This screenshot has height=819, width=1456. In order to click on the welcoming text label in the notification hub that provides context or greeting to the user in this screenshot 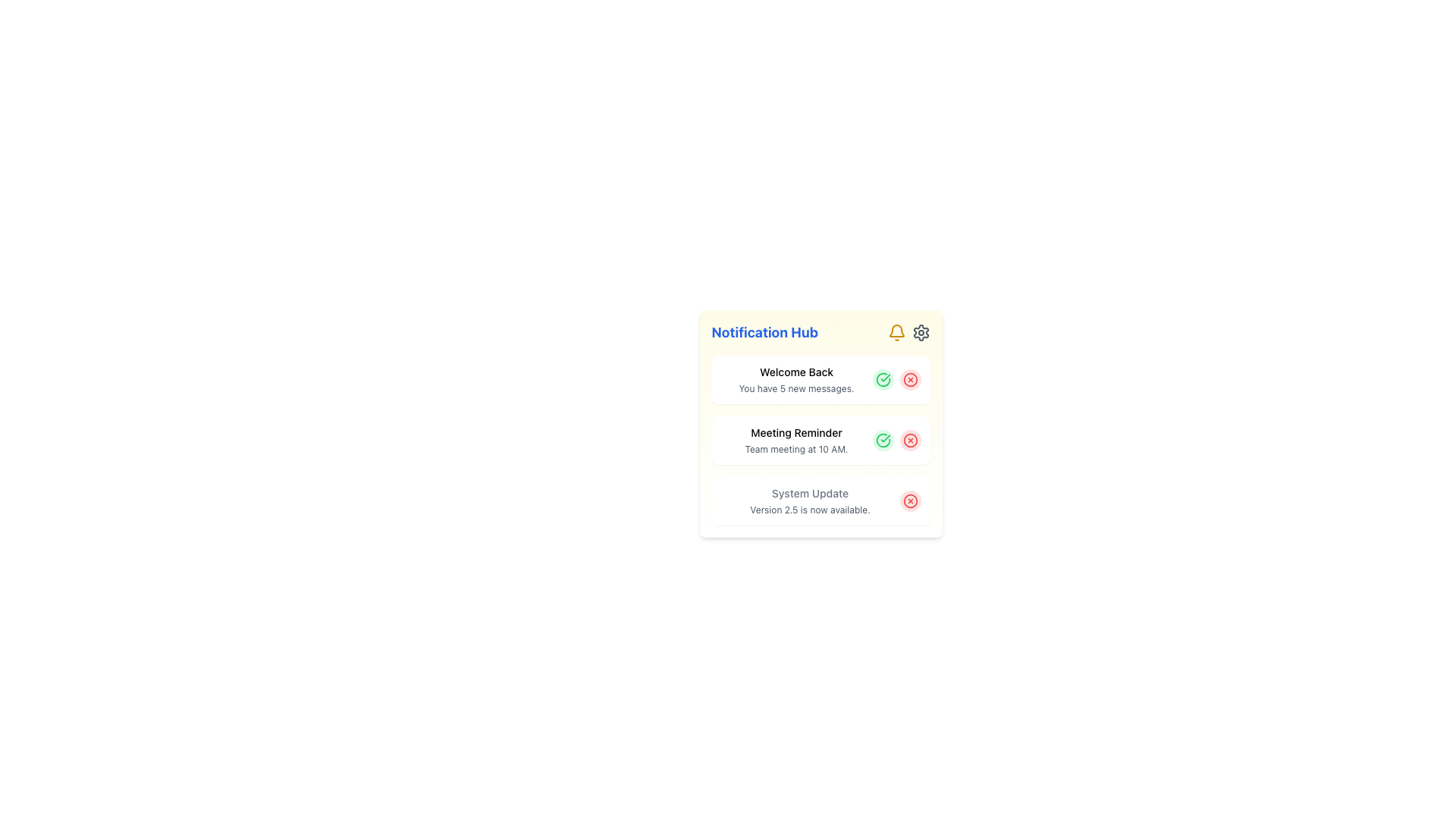, I will do `click(795, 372)`.